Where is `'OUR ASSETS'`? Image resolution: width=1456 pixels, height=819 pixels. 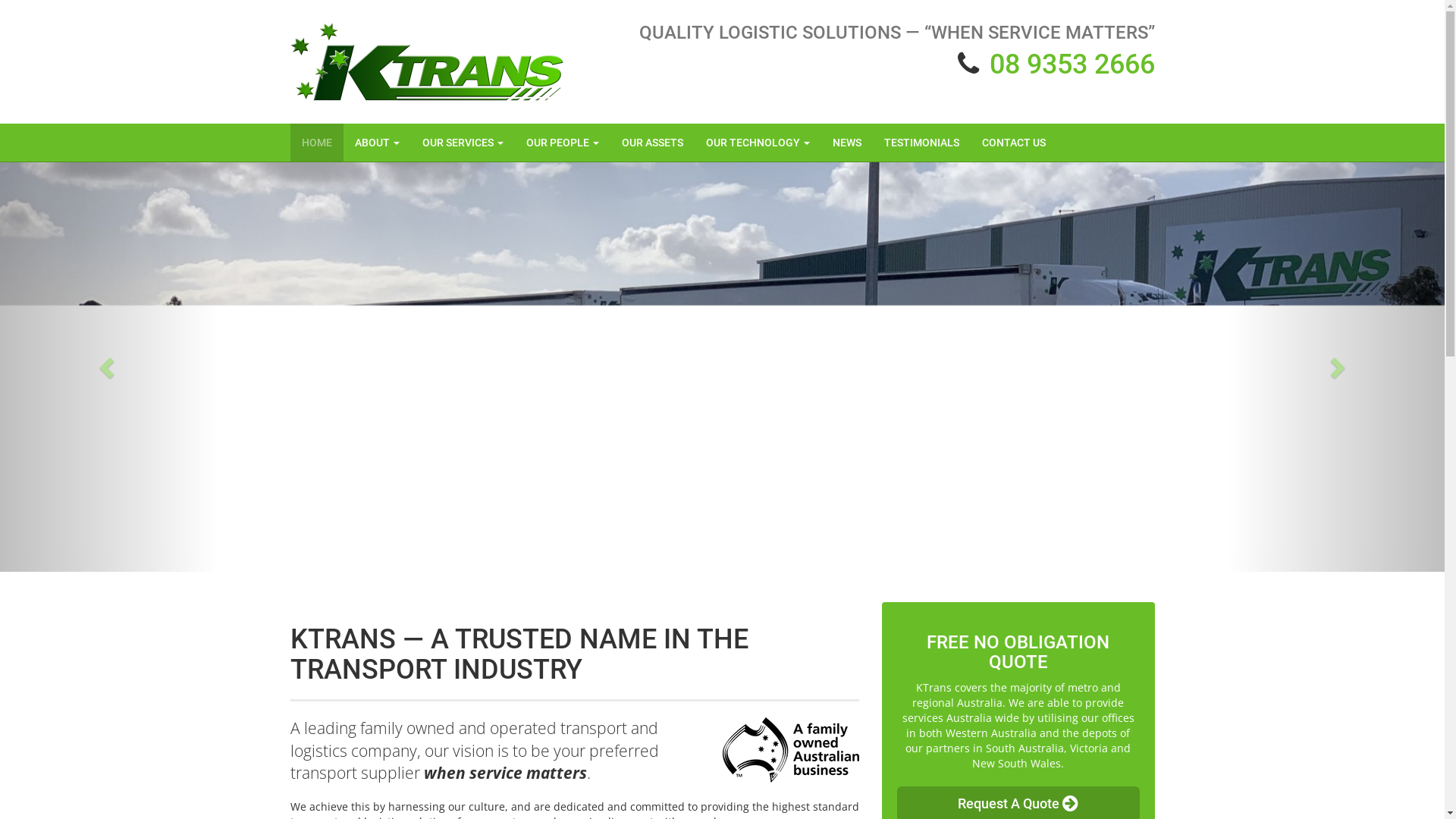
'OUR ASSETS' is located at coordinates (651, 143).